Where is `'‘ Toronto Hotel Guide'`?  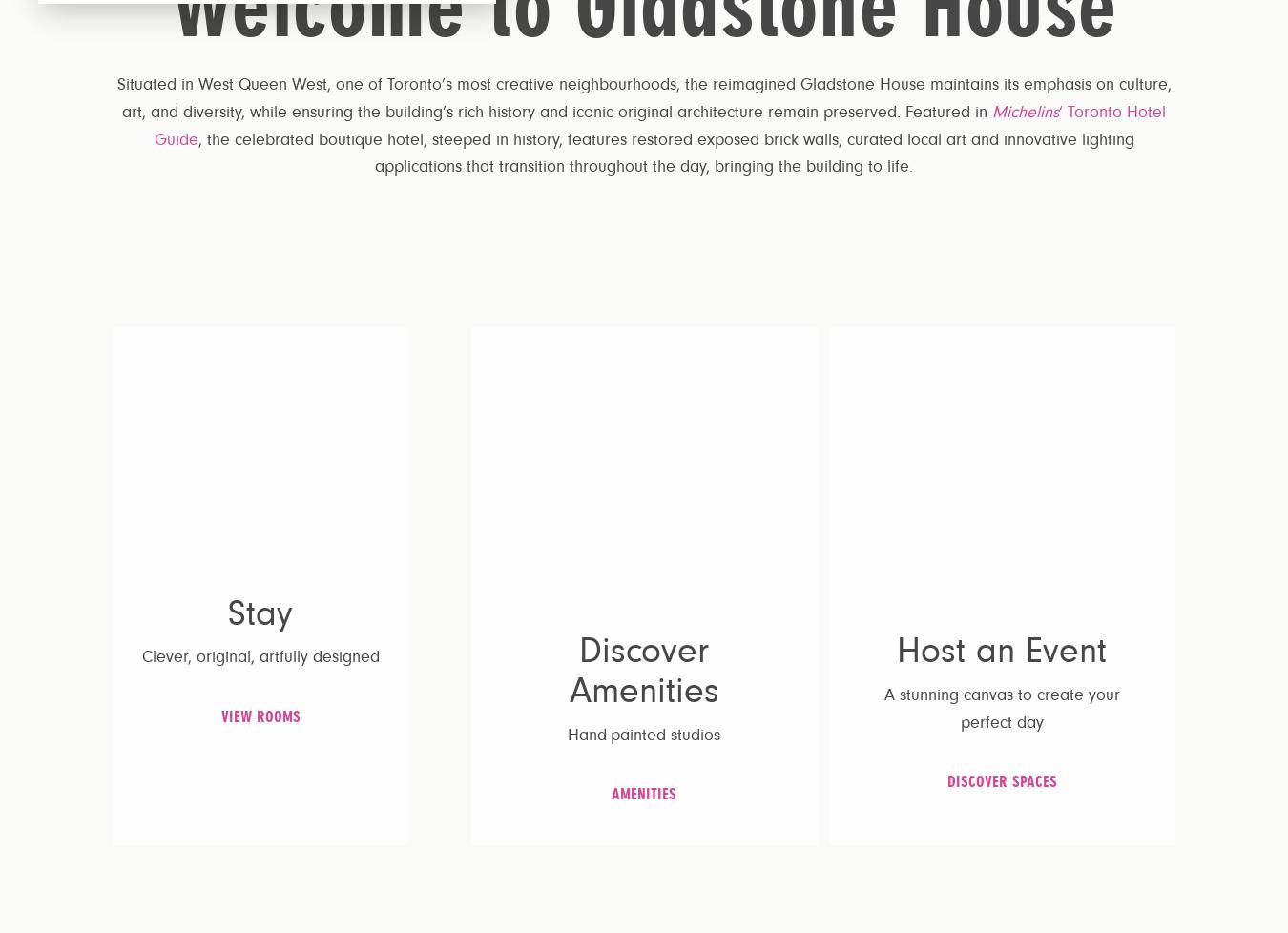
'‘ Toronto Hotel Guide' is located at coordinates (154, 125).